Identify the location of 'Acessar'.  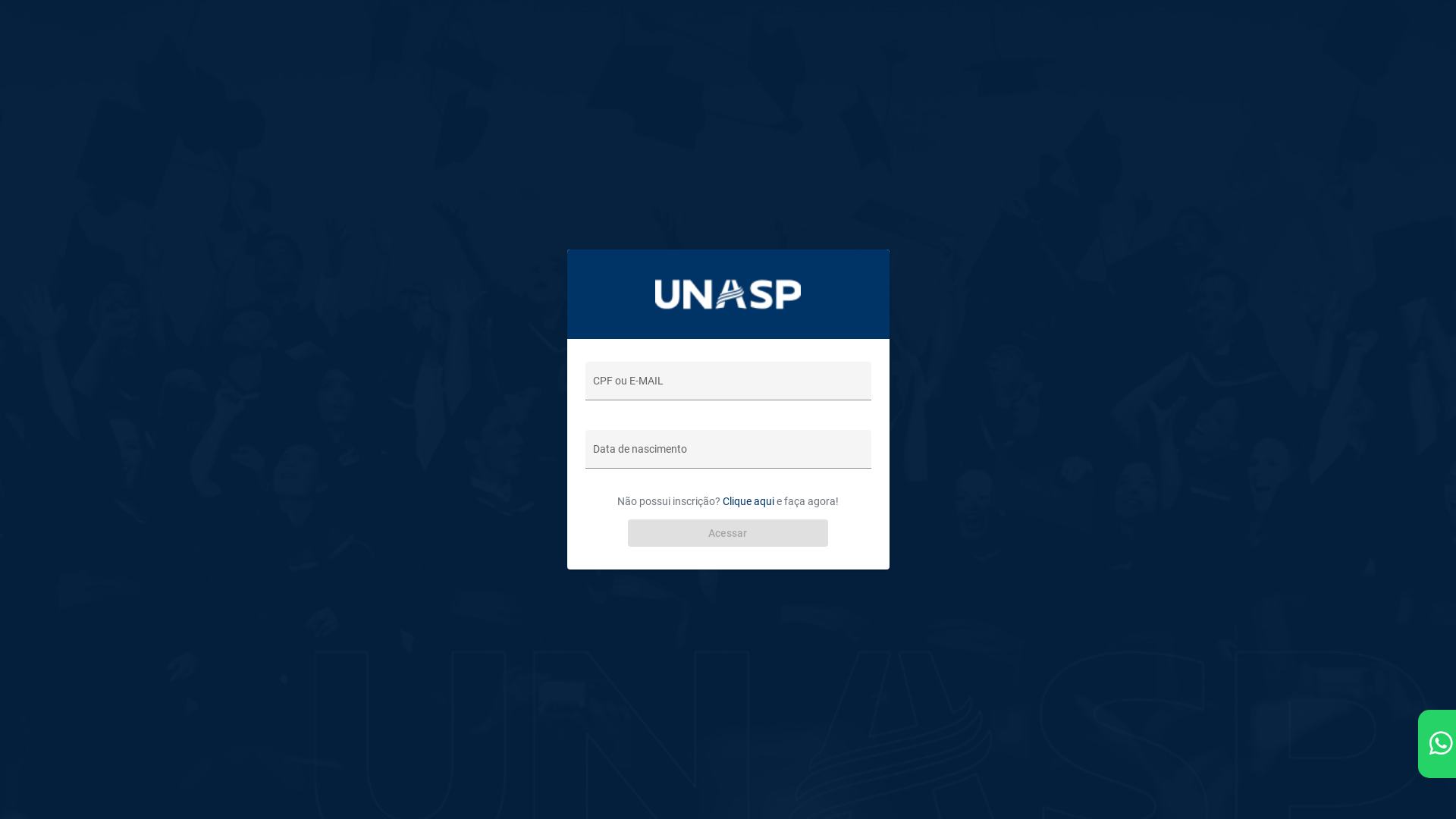
(728, 532).